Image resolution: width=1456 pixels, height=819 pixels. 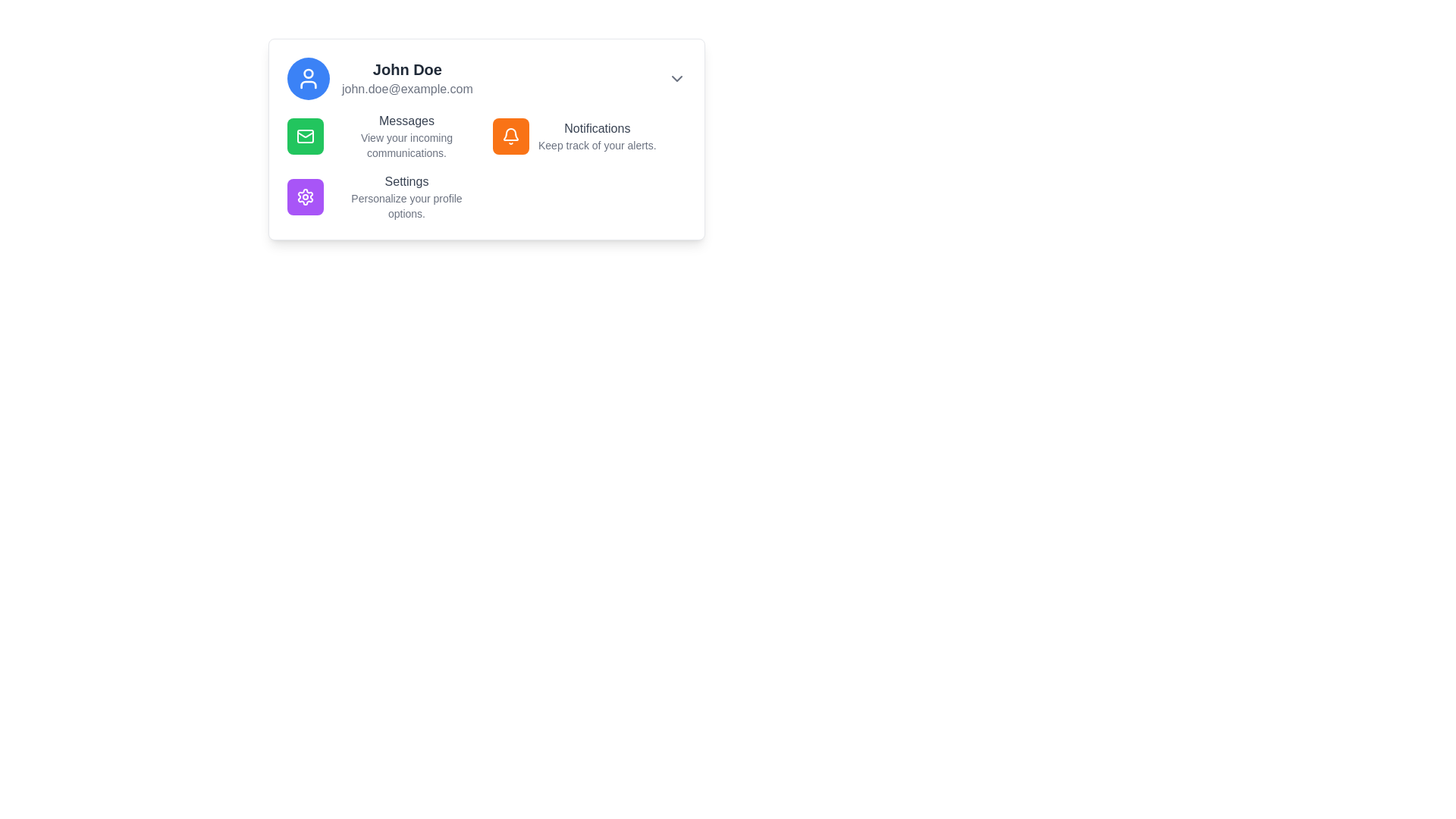 What do you see at coordinates (384, 196) in the screenshot?
I see `the settings button located at the bottom-left of the interface, which is the third option in a grid of three labeled options including 'Messages' and 'Notifications'` at bounding box center [384, 196].